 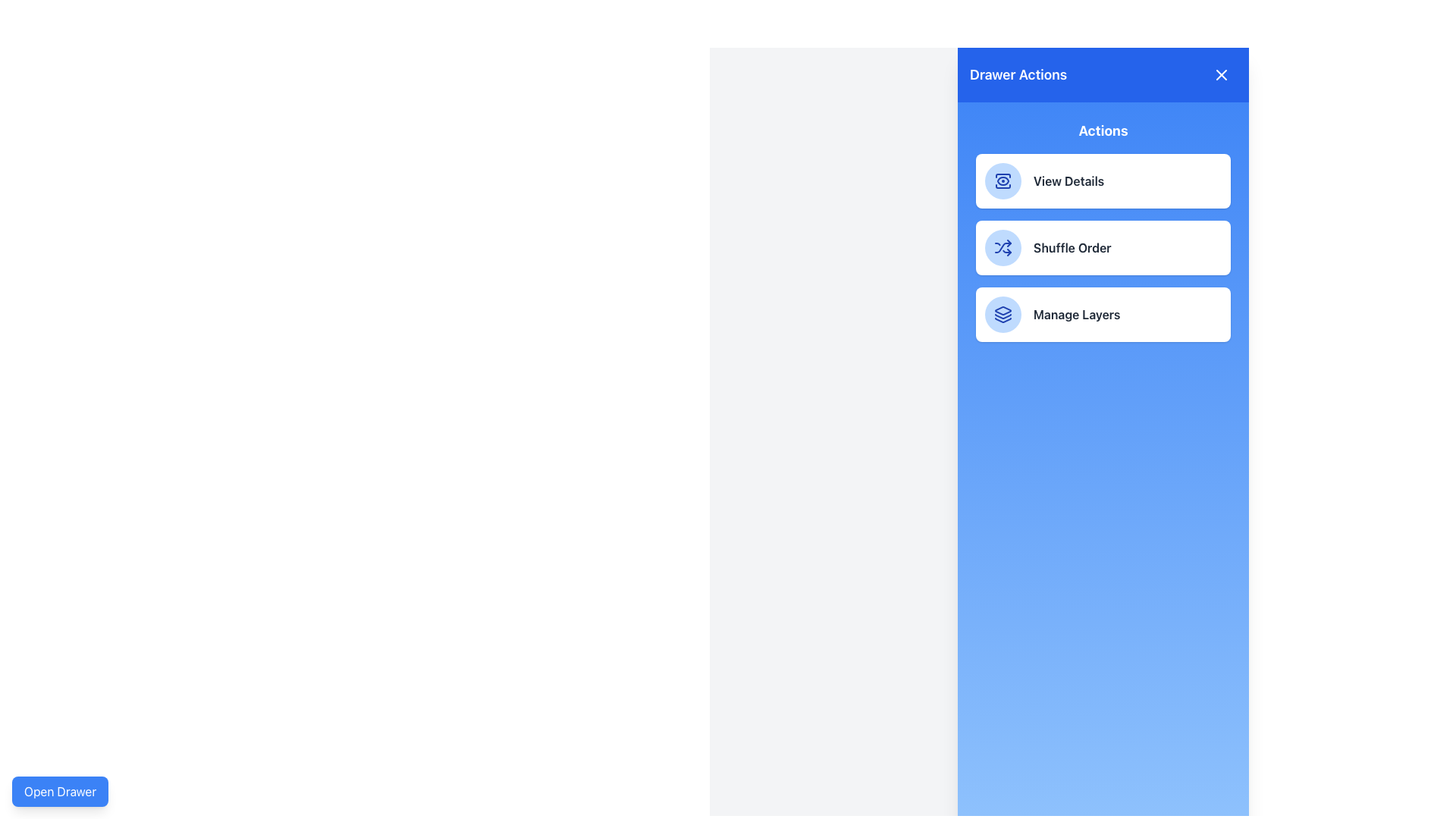 What do you see at coordinates (1003, 180) in the screenshot?
I see `the circular icon button with a blue background and a white eye symbol, located at the beginning of the 'View Details' action item in the blue-themed drawer` at bounding box center [1003, 180].